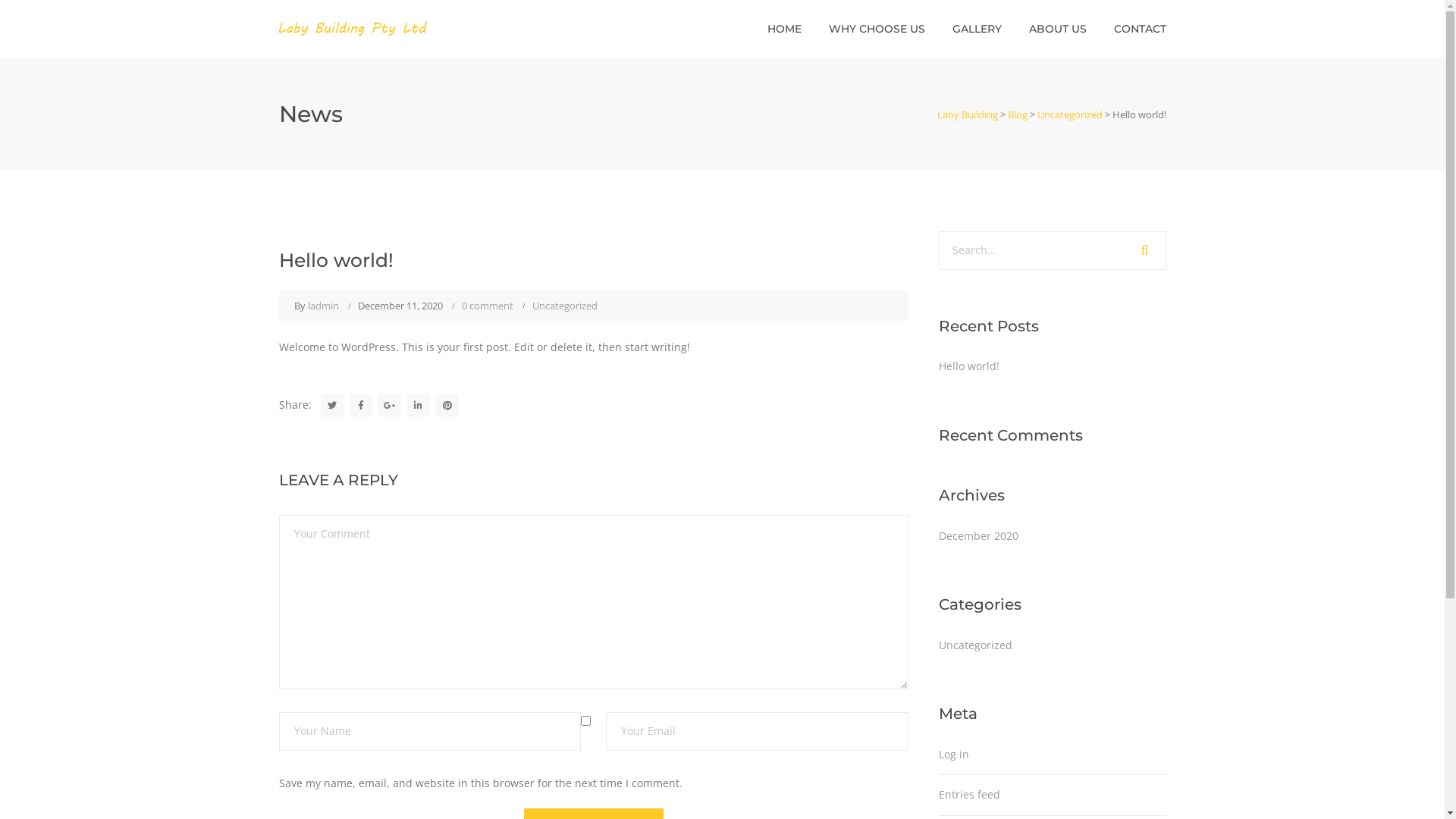 The image size is (1456, 819). Describe the element at coordinates (977, 29) in the screenshot. I see `'GALLERY'` at that location.